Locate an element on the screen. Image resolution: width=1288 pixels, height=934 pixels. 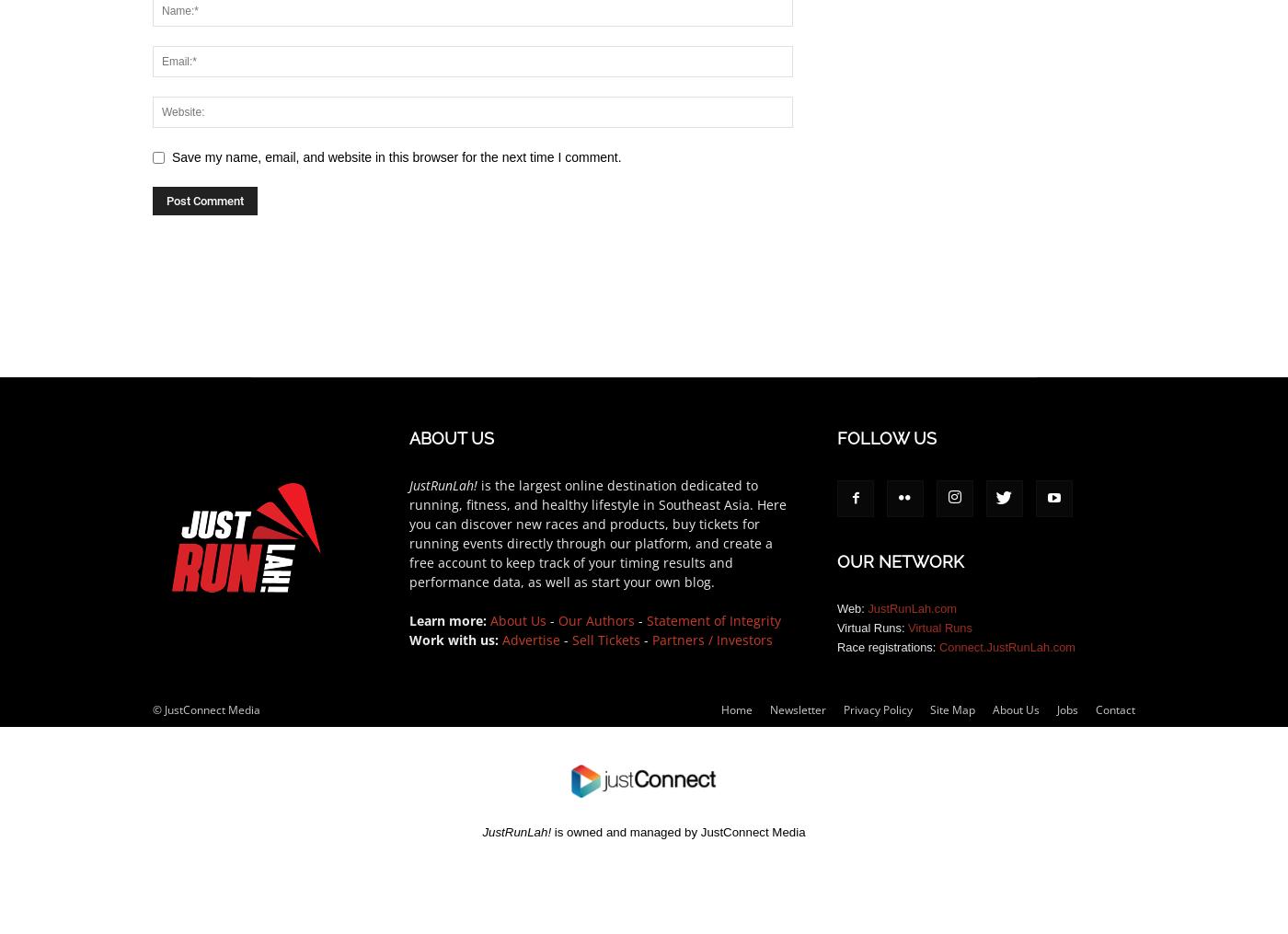
'OUR NETWORK' is located at coordinates (901, 560).